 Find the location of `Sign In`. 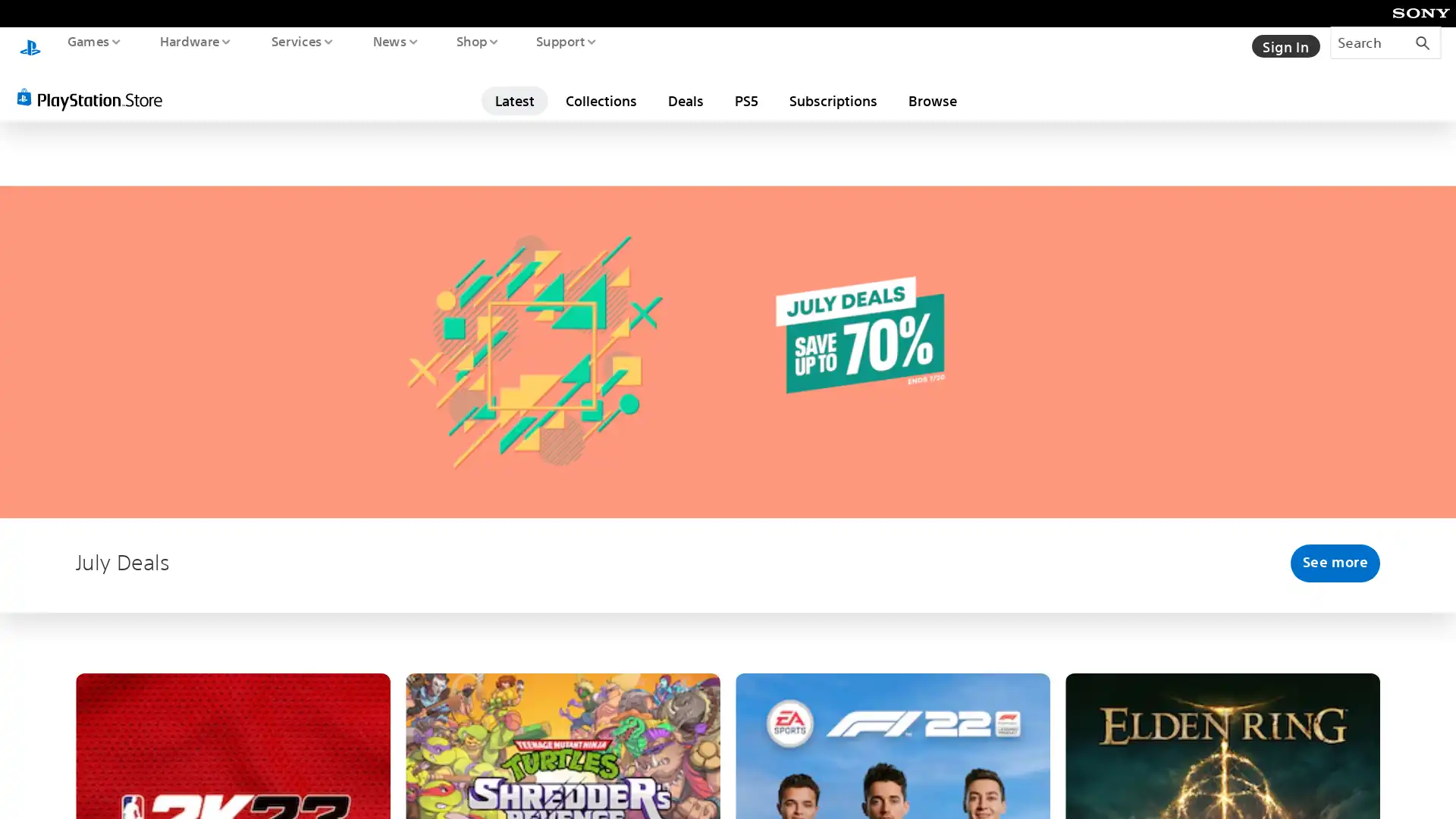

Sign In is located at coordinates (1284, 42).